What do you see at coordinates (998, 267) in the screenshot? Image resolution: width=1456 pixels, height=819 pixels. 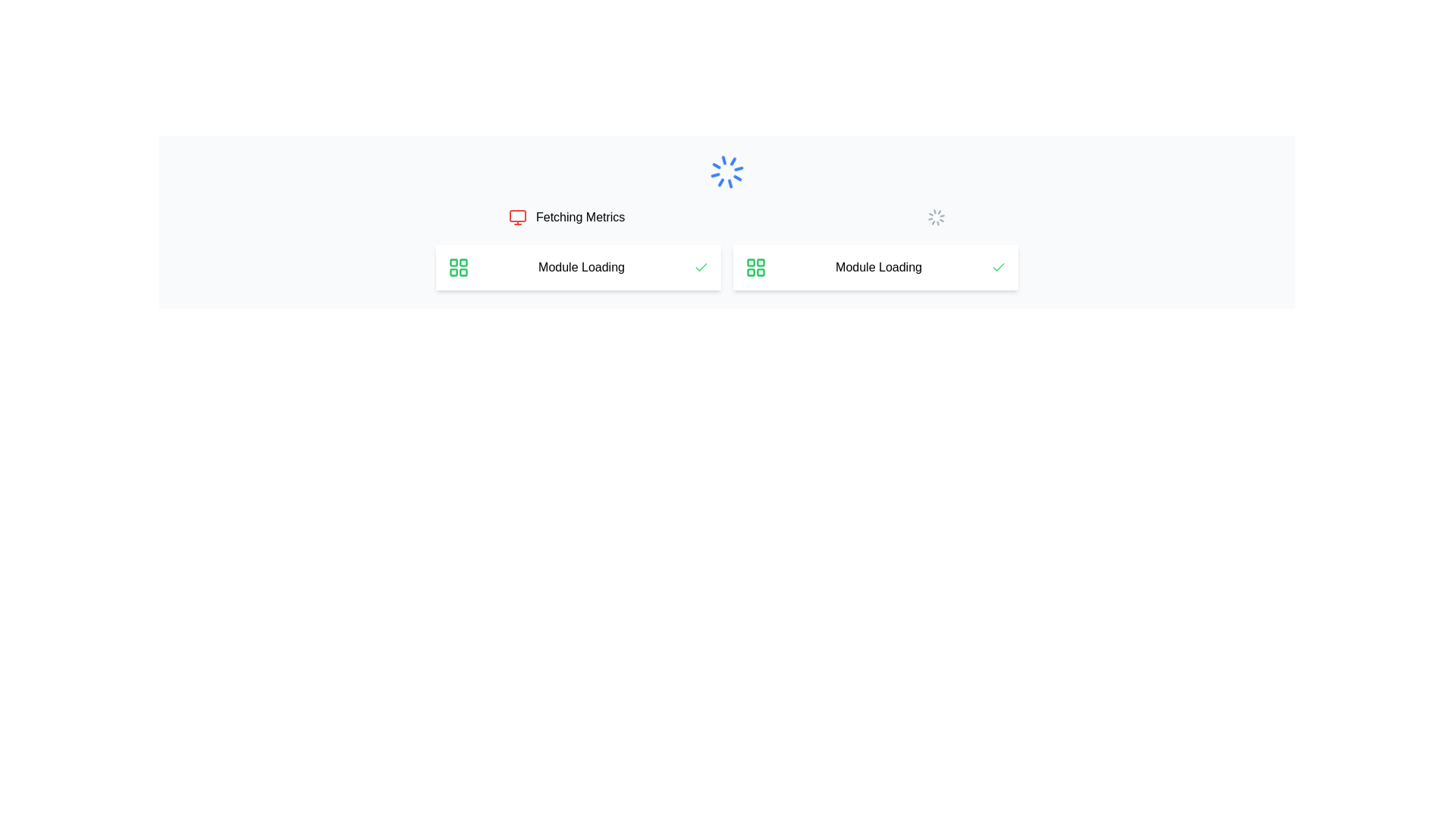 I see `the small green checkmark icon located at the far right end of the 'Module Loading' panel` at bounding box center [998, 267].